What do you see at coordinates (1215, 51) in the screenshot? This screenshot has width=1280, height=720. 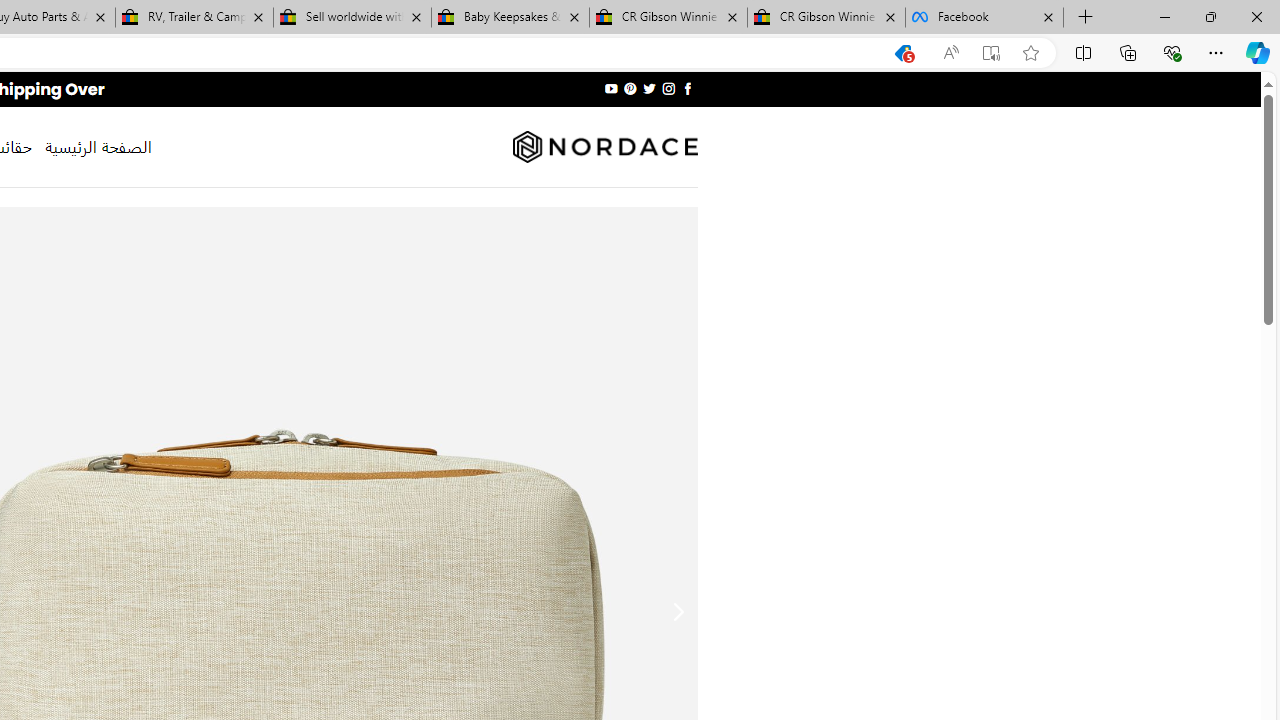 I see `'Settings and more (Alt+F)'` at bounding box center [1215, 51].